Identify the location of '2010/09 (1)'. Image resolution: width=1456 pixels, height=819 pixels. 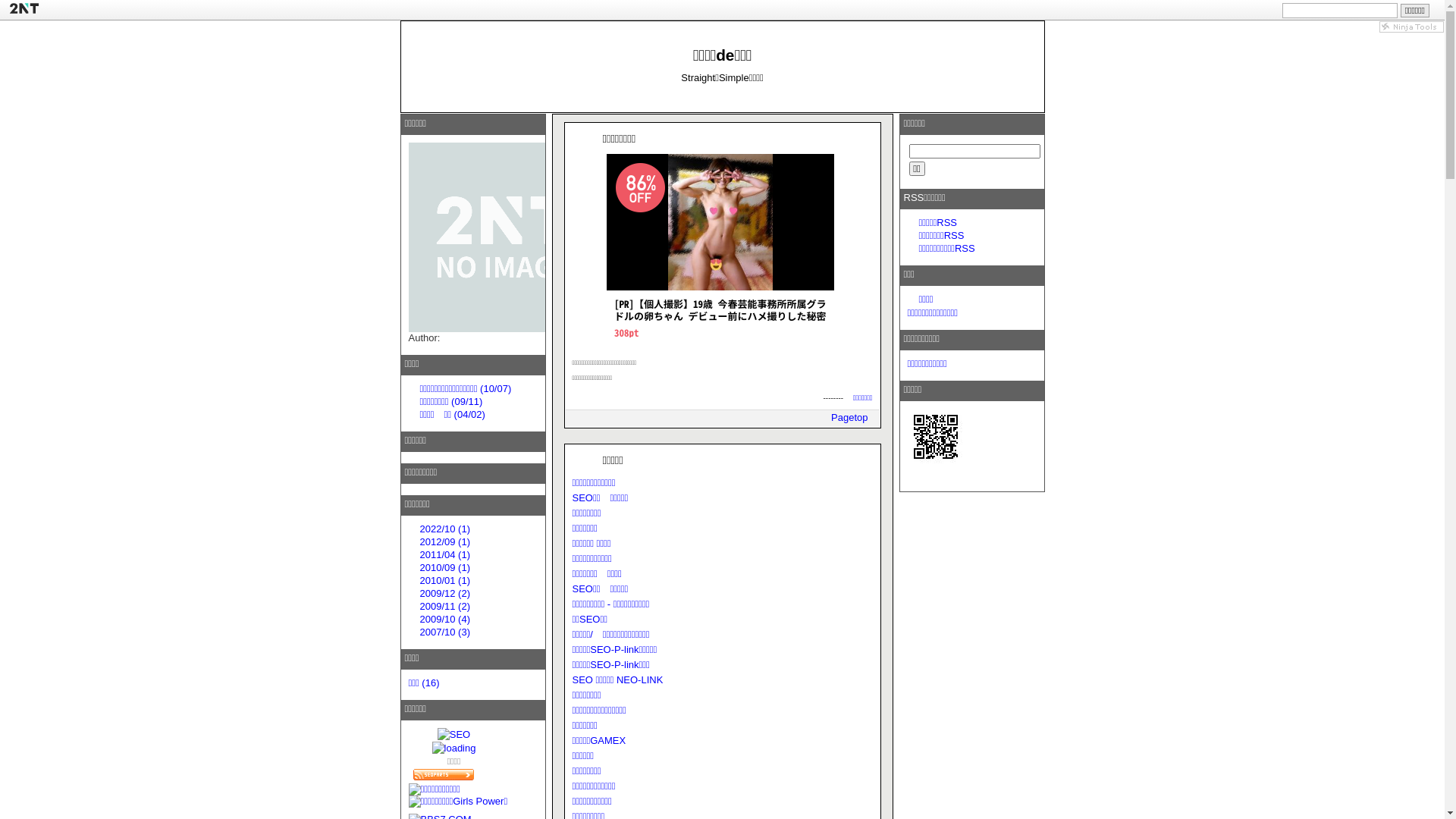
(444, 567).